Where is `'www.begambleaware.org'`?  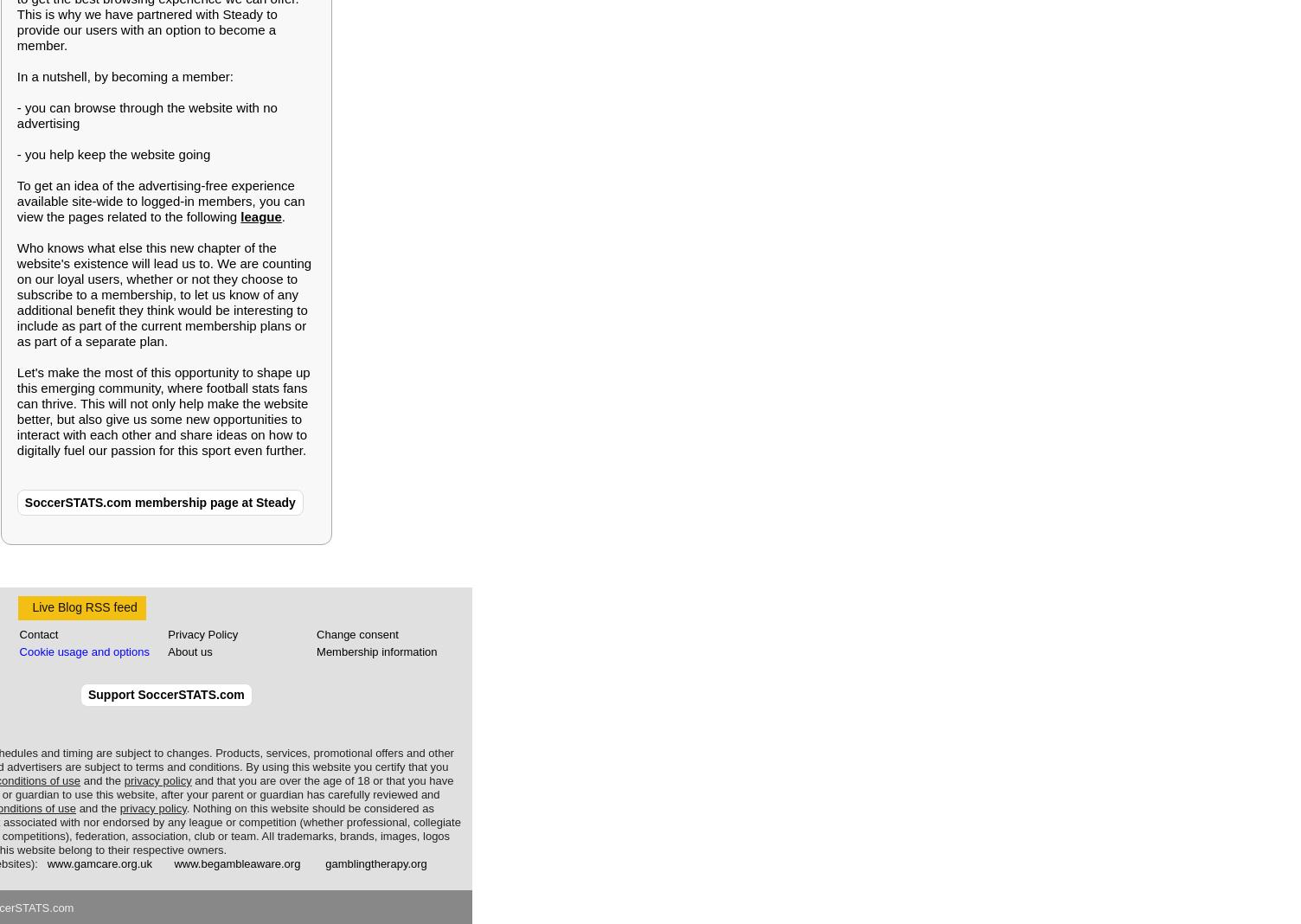 'www.begambleaware.org' is located at coordinates (173, 863).